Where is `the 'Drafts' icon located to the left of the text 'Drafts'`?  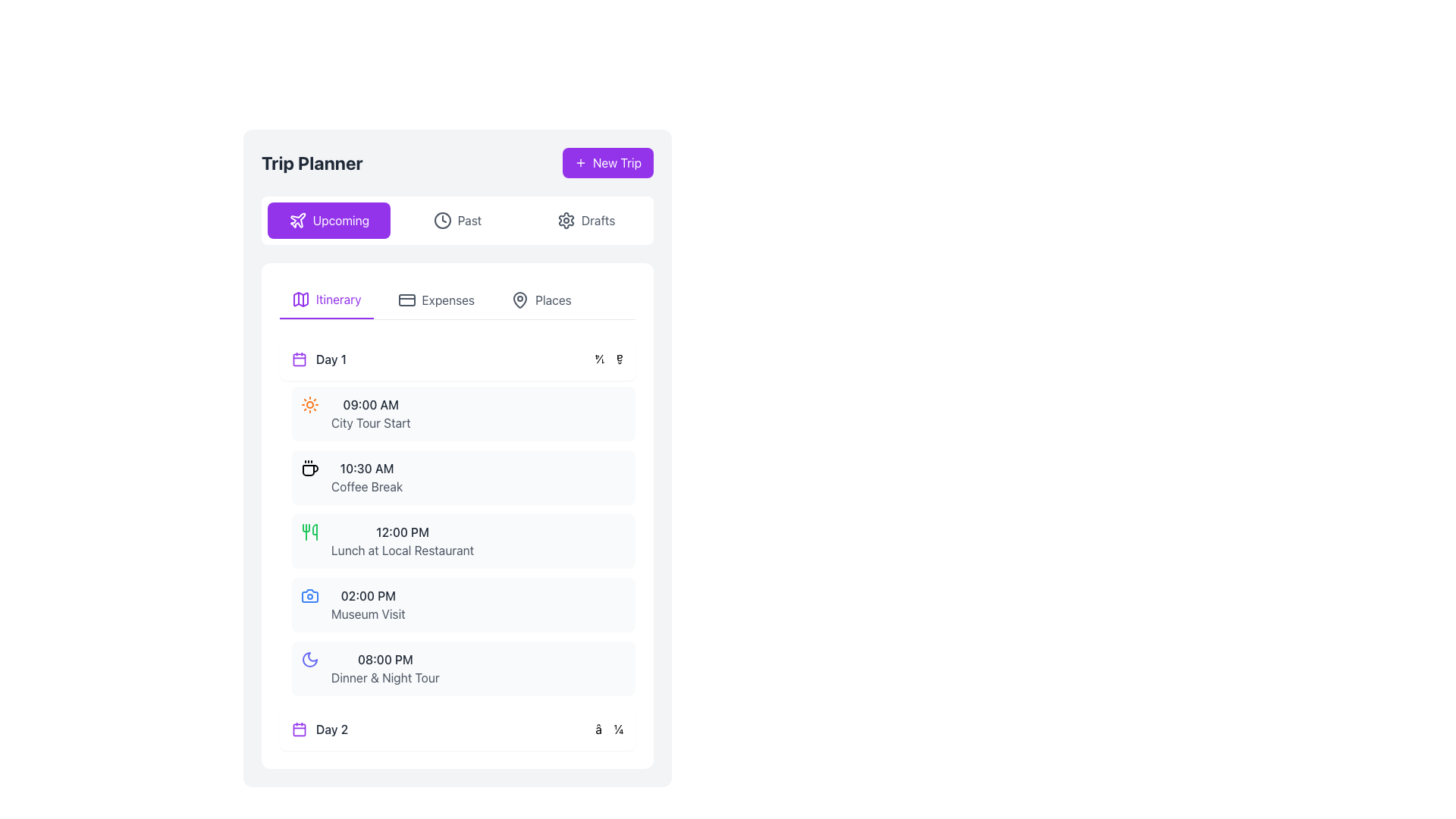
the 'Drafts' icon located to the left of the text 'Drafts' is located at coordinates (565, 220).